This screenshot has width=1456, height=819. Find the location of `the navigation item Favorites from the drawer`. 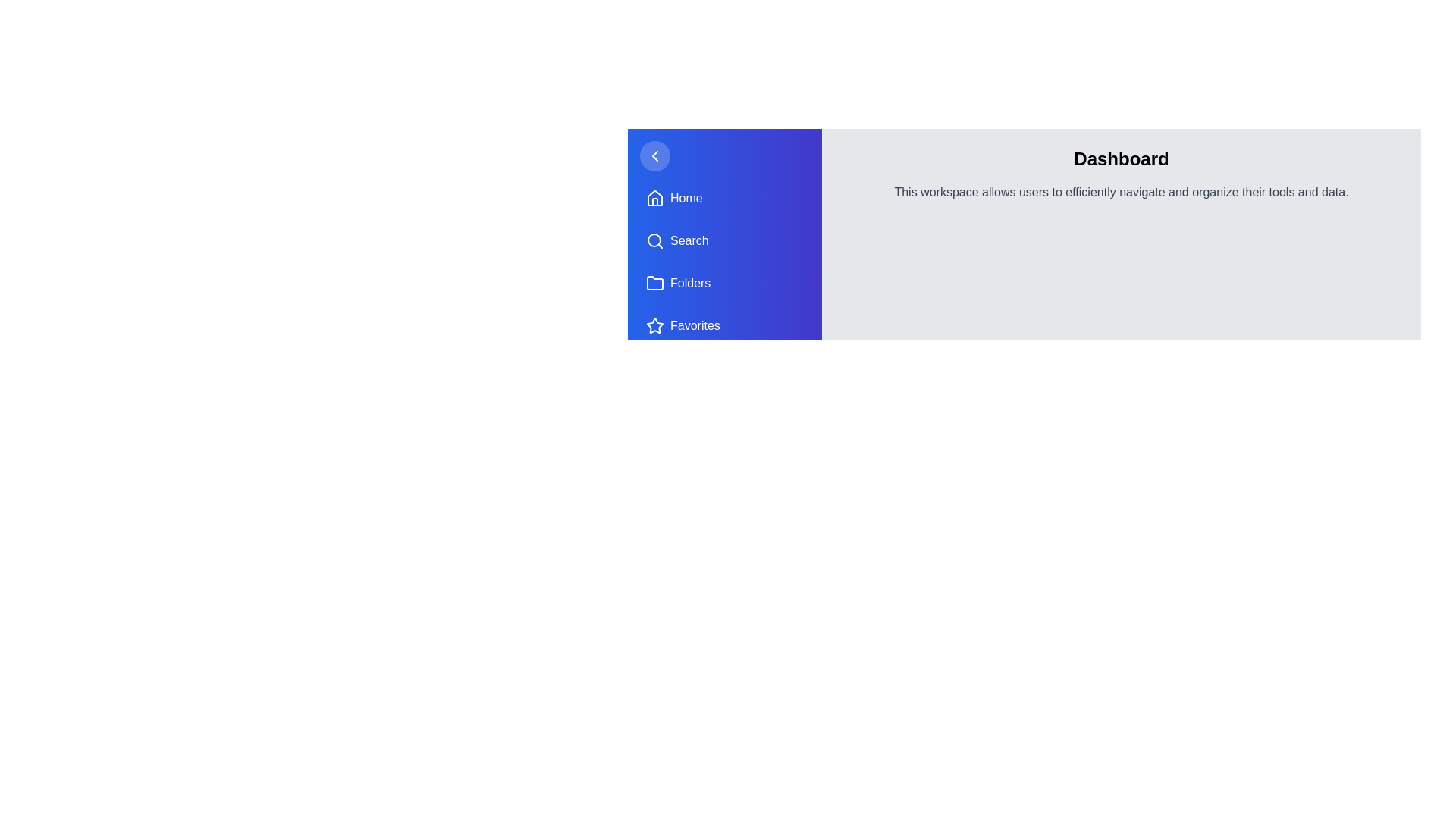

the navigation item Favorites from the drawer is located at coordinates (723, 325).